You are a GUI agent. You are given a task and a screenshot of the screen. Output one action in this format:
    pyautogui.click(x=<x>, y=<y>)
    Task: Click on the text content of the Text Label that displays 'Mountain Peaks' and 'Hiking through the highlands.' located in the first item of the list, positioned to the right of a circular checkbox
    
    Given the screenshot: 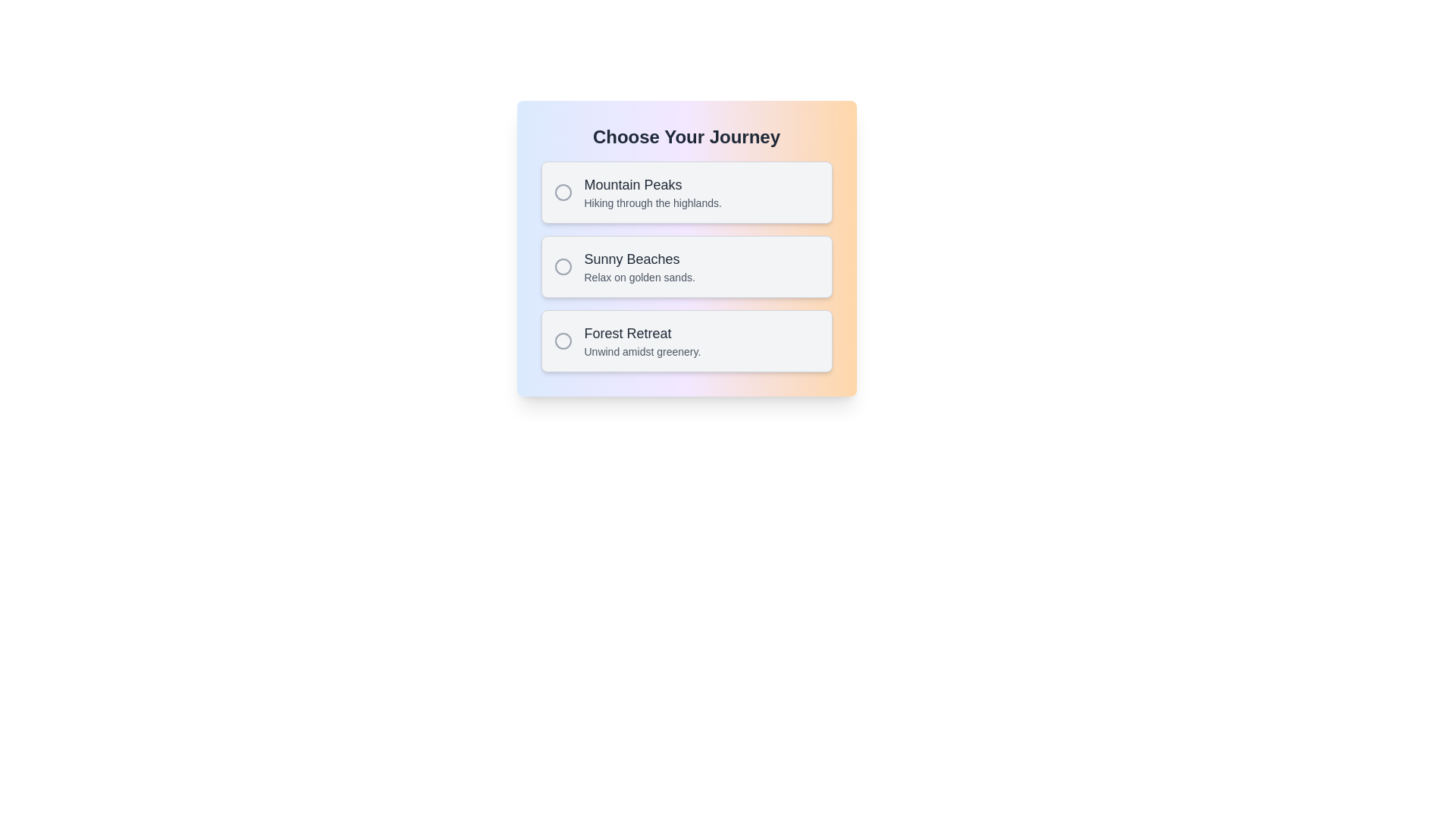 What is the action you would take?
    pyautogui.click(x=653, y=192)
    